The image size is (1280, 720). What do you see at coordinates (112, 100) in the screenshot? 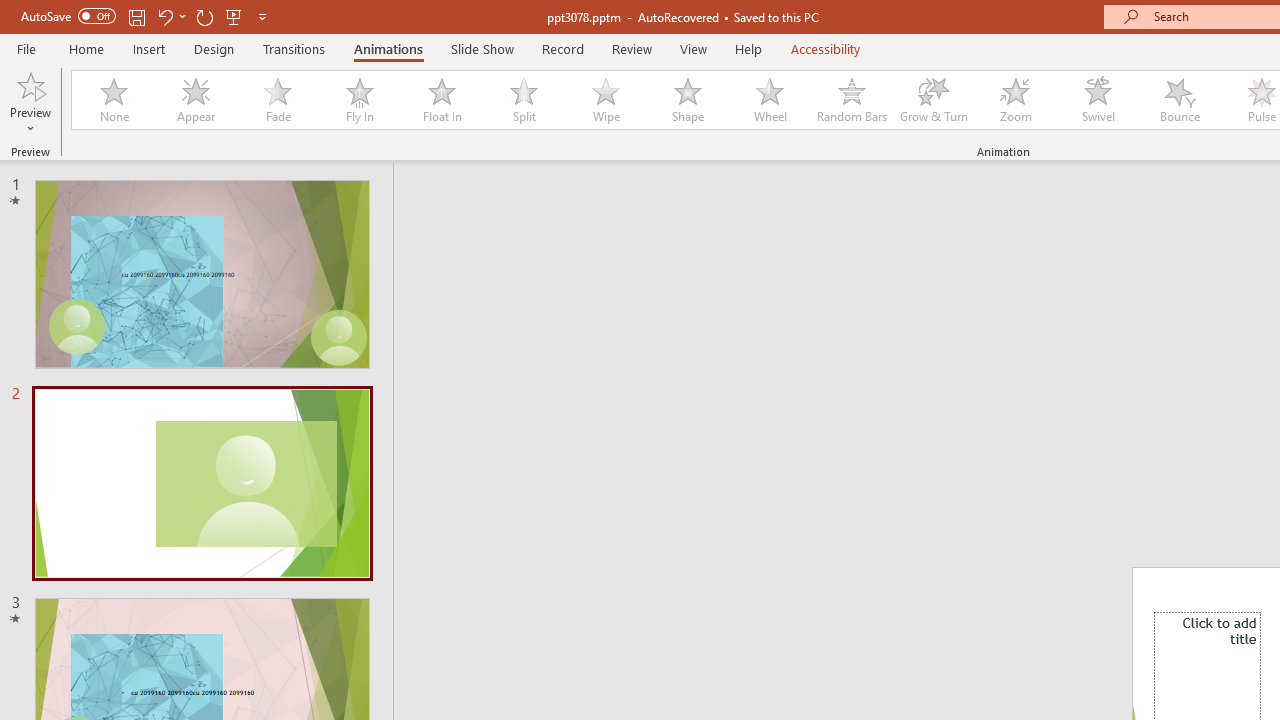
I see `'None'` at bounding box center [112, 100].